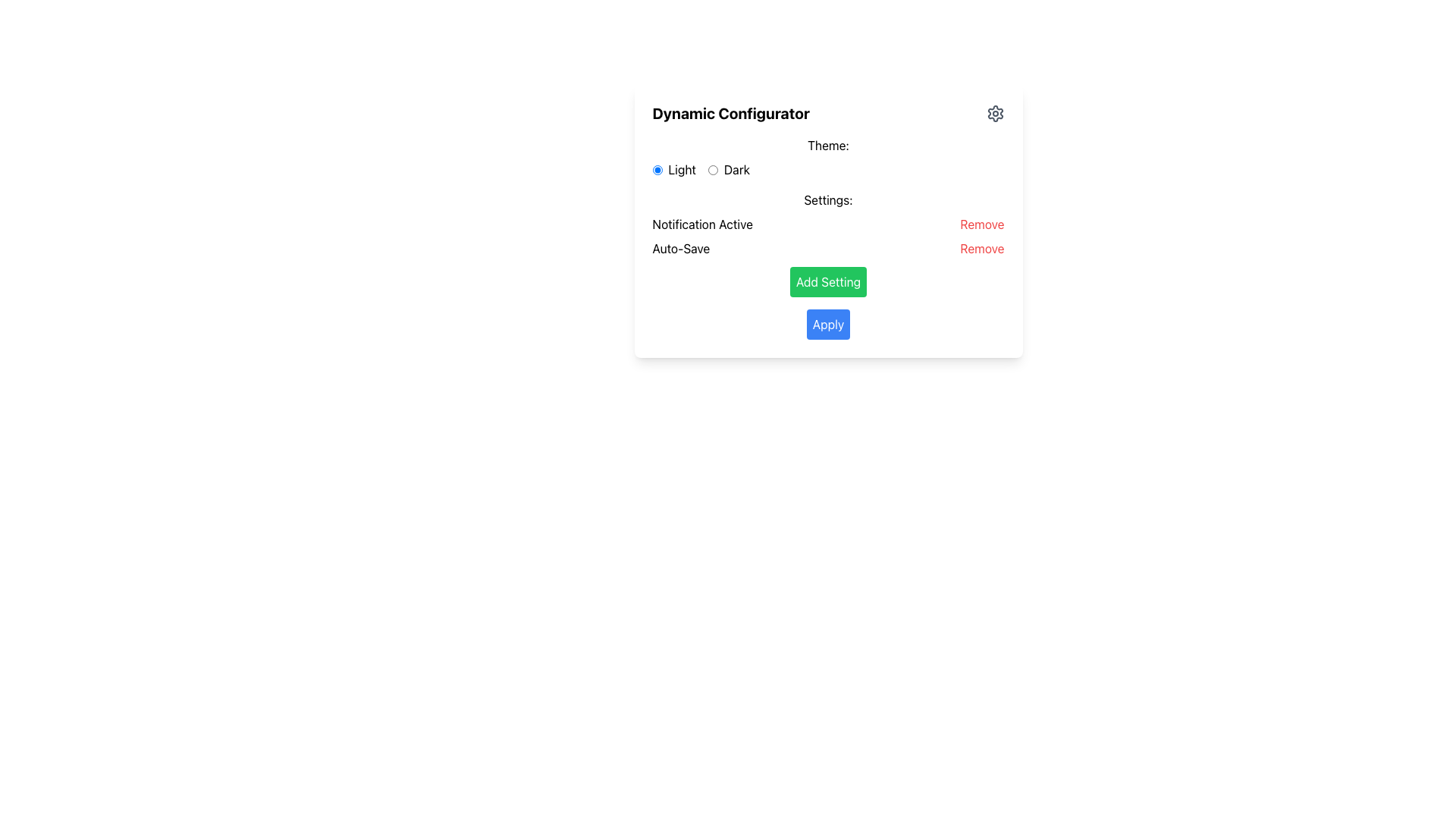  Describe the element at coordinates (673, 169) in the screenshot. I see `the 'Light' theme radio button` at that location.